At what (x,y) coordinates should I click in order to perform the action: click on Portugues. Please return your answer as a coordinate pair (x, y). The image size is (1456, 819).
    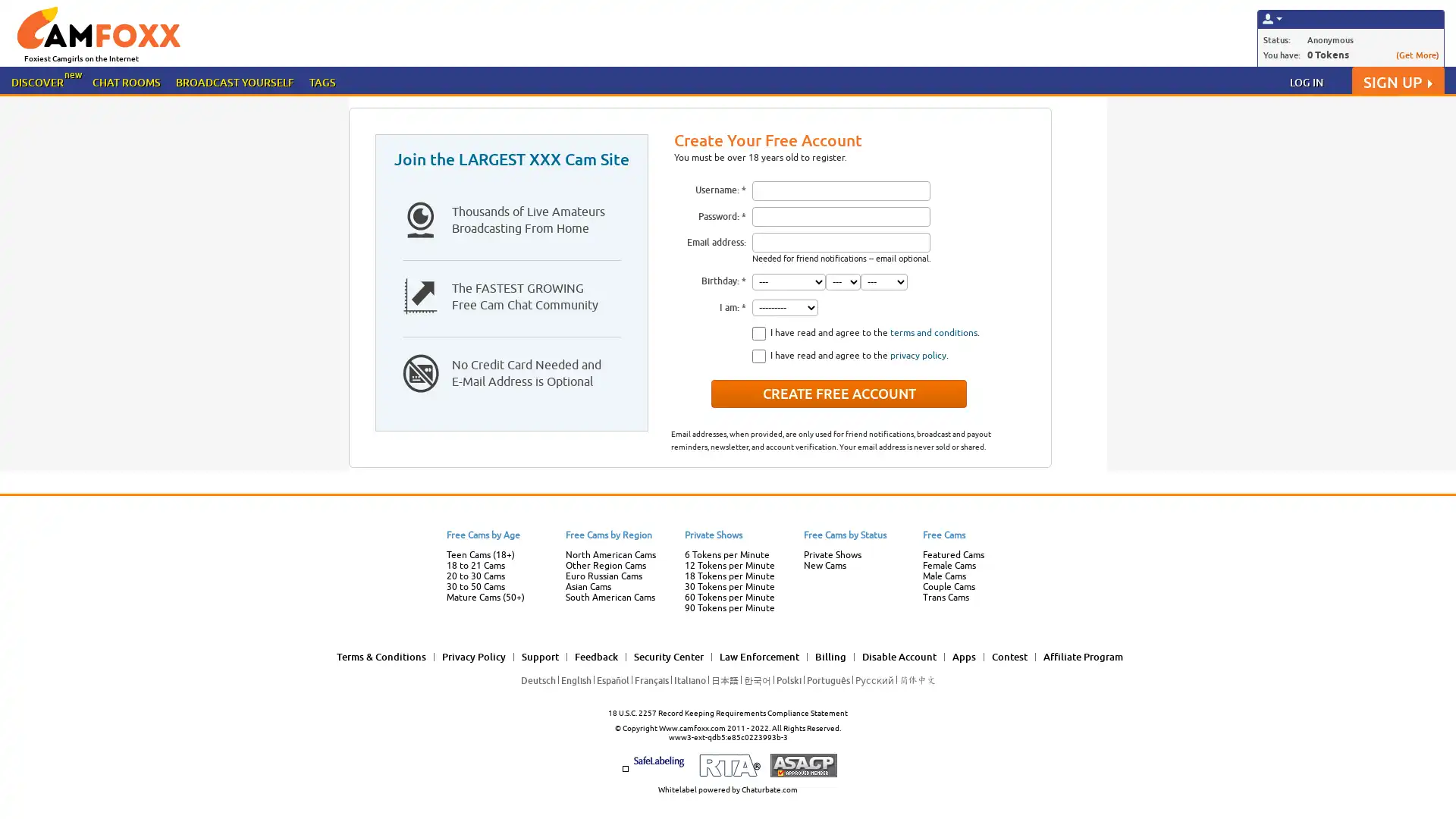
    Looking at the image, I should click on (827, 680).